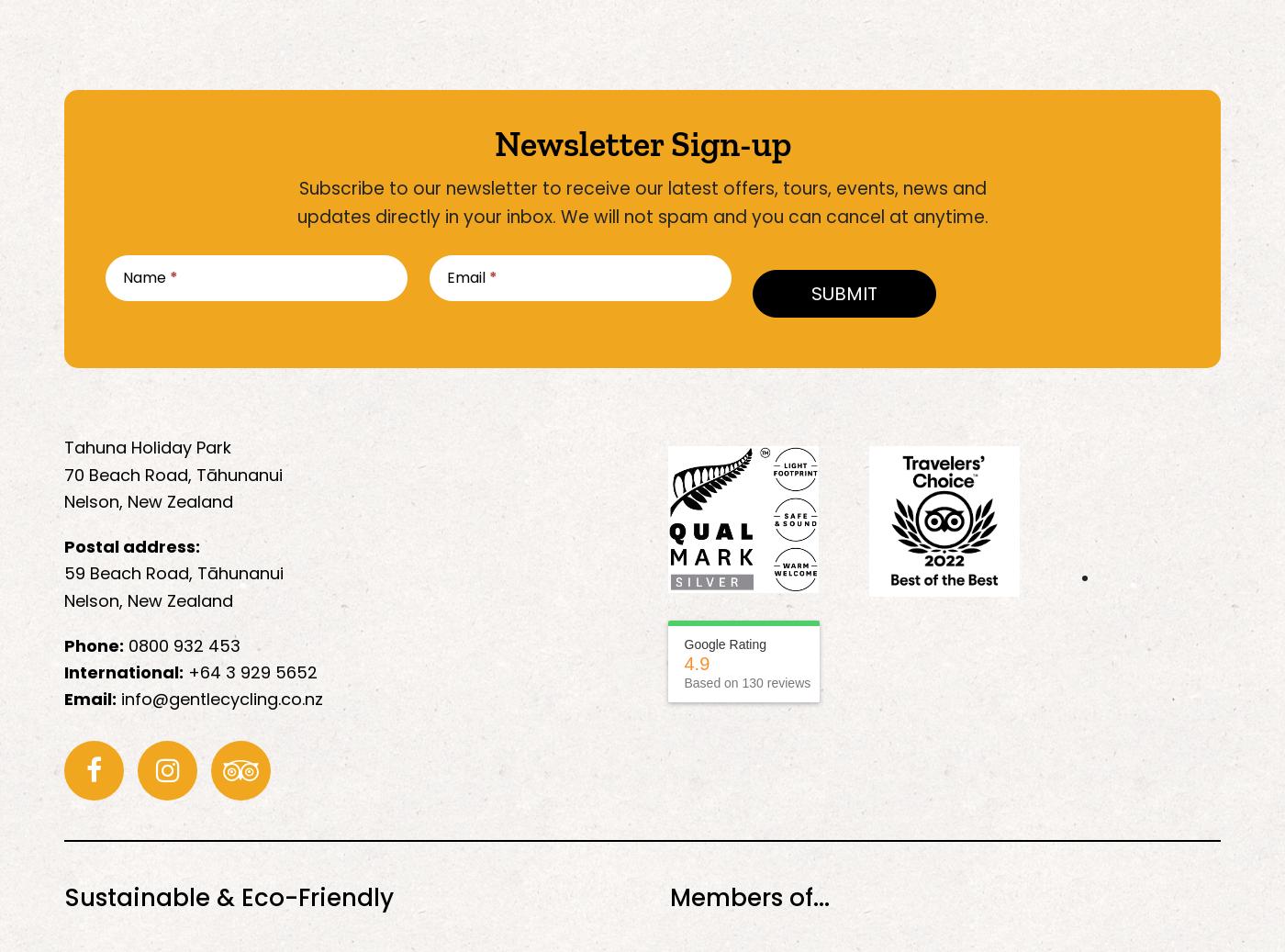 This screenshot has height=952, width=1285. What do you see at coordinates (696, 663) in the screenshot?
I see `'4.9'` at bounding box center [696, 663].